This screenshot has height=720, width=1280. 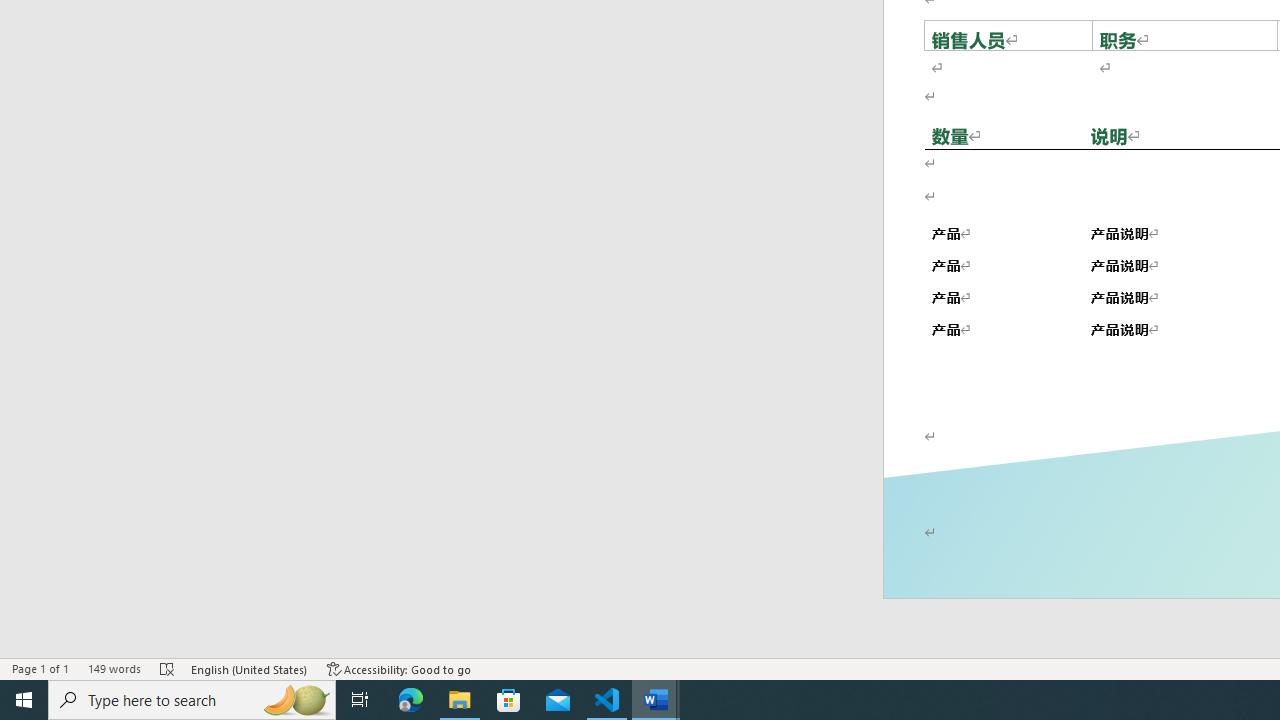 What do you see at coordinates (399, 669) in the screenshot?
I see `'Accessibility Checker Accessibility: Good to go'` at bounding box center [399, 669].